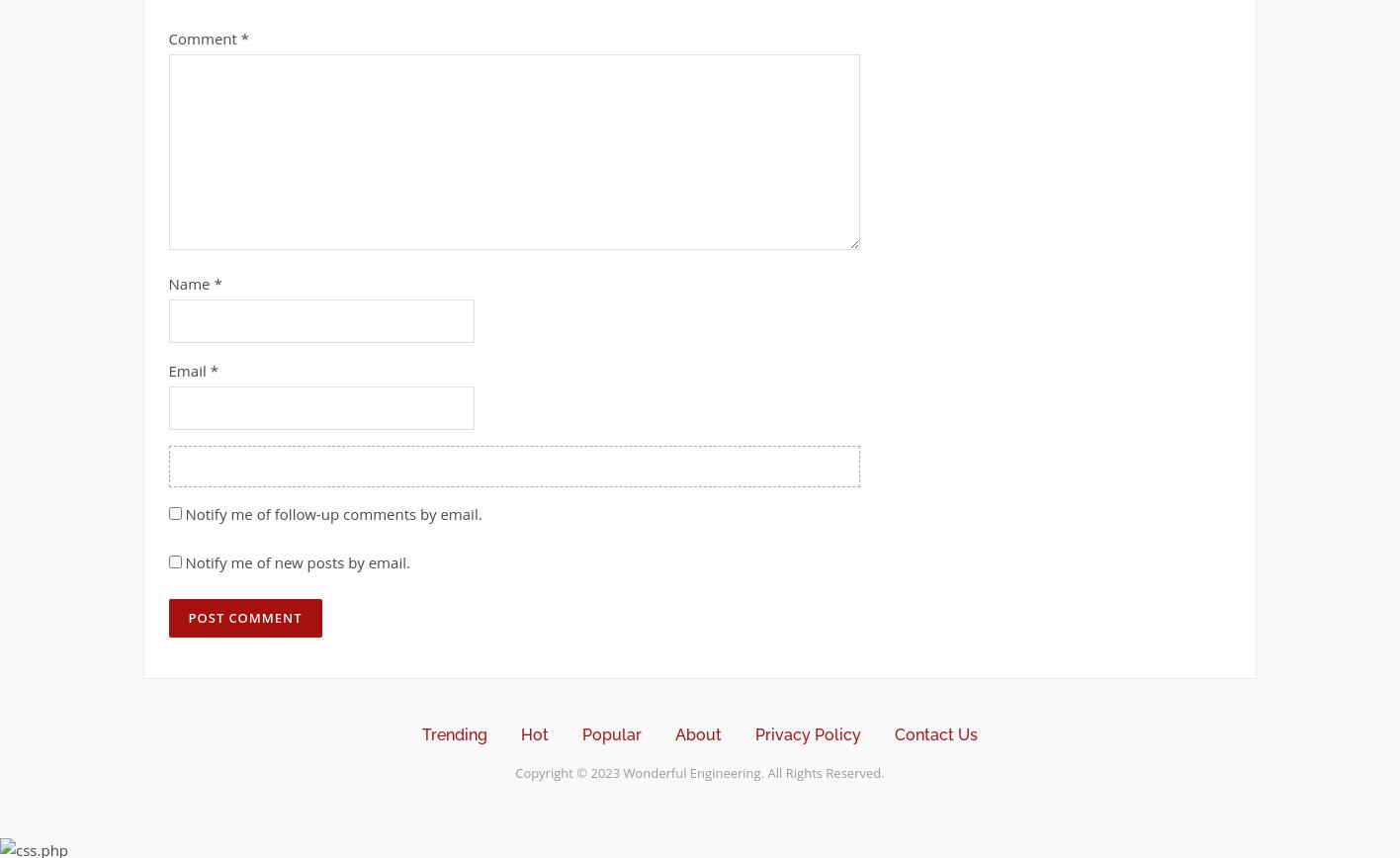  I want to click on 'Popular', so click(611, 733).